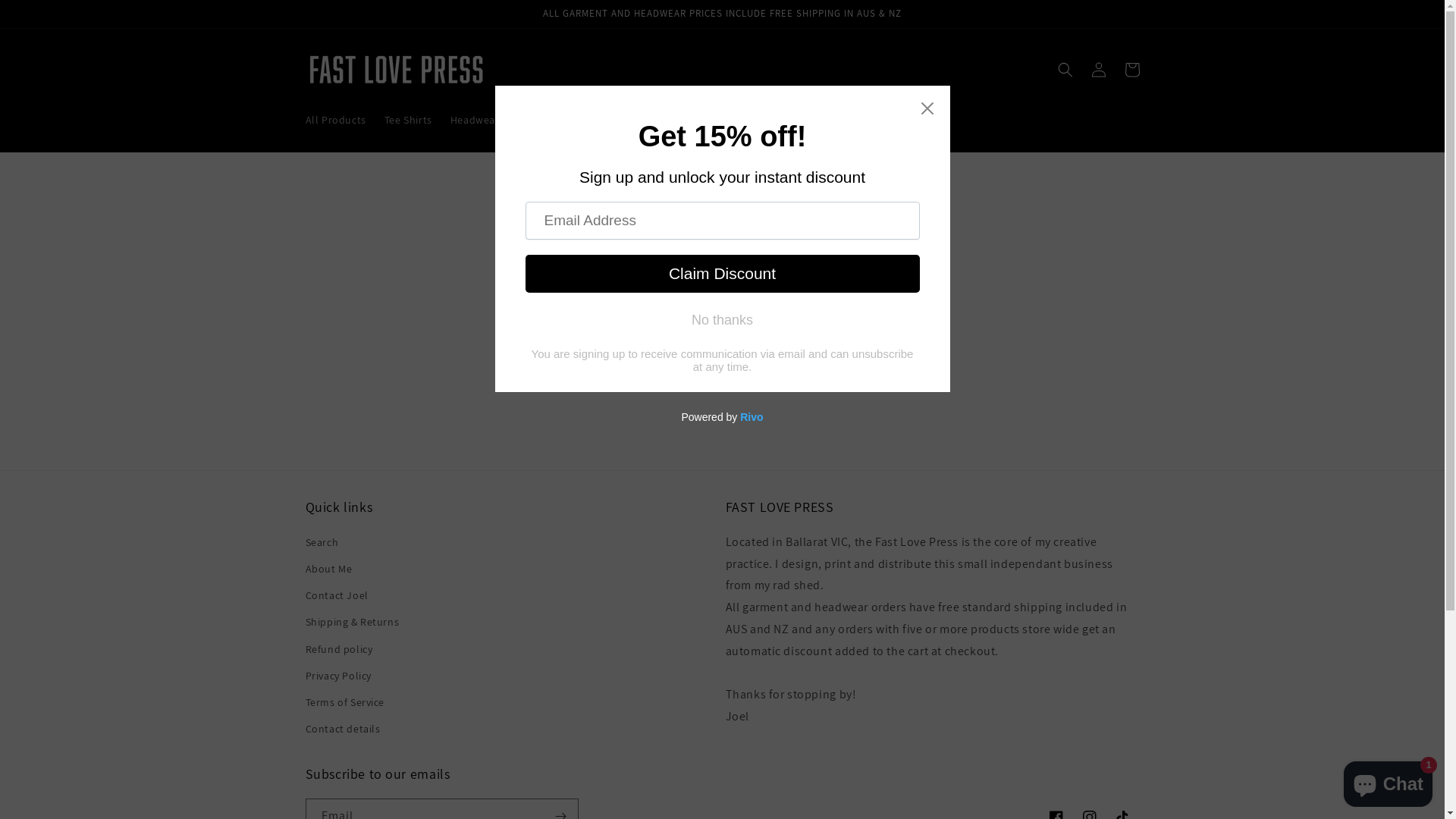 The height and width of the screenshot is (819, 1456). Describe the element at coordinates (304, 569) in the screenshot. I see `'About Me'` at that location.